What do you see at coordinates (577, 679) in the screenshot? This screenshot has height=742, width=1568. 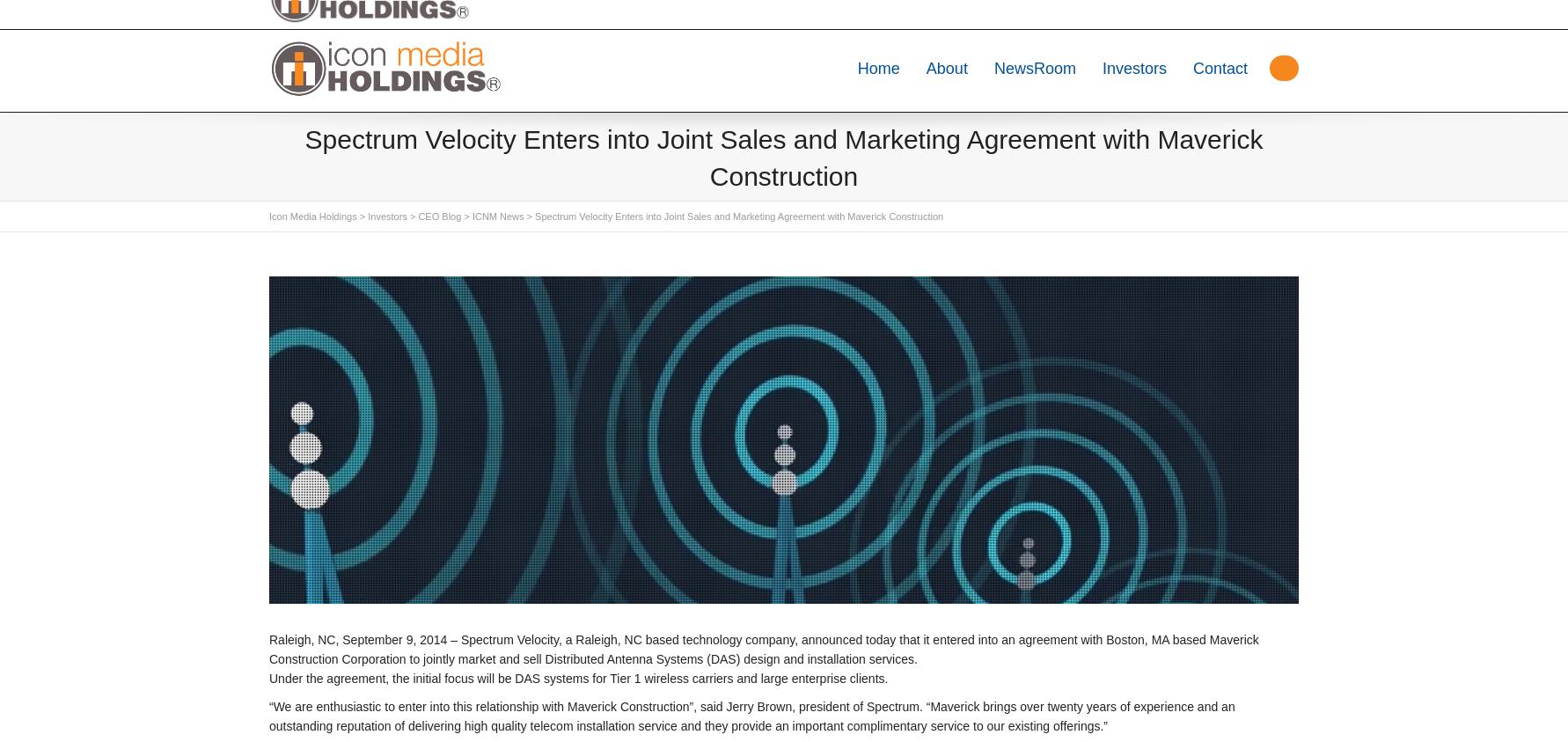 I see `'Under the agreement, the initial focus will be DAS systems for Tier 1 wireless carriers and large enterprise clients.'` at bounding box center [577, 679].